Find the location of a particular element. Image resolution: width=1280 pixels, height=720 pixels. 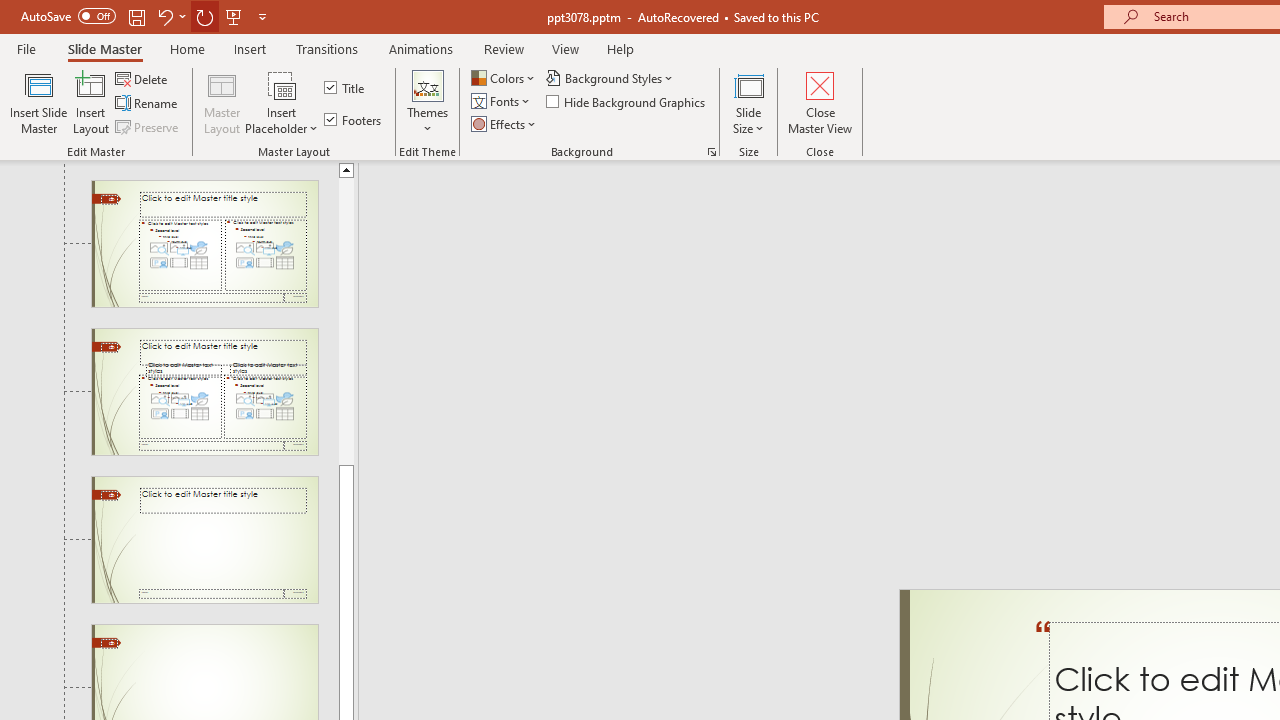

'Slide Title Only Layout: used by no slides' is located at coordinates (204, 540).